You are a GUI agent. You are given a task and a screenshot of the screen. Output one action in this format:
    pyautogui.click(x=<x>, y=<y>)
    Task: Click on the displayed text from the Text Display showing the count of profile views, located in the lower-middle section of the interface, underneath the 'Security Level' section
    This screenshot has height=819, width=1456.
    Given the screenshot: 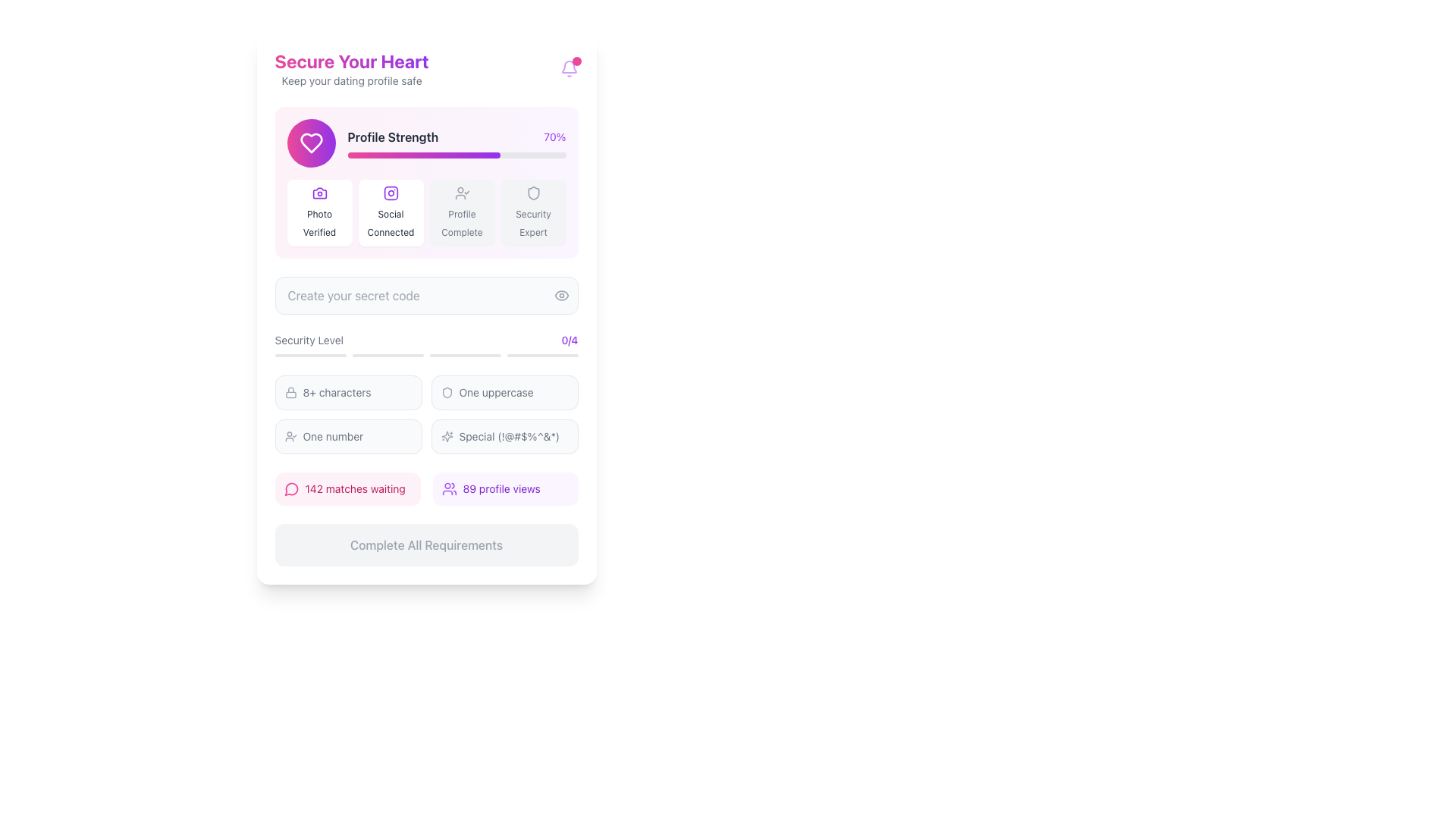 What is the action you would take?
    pyautogui.click(x=501, y=488)
    